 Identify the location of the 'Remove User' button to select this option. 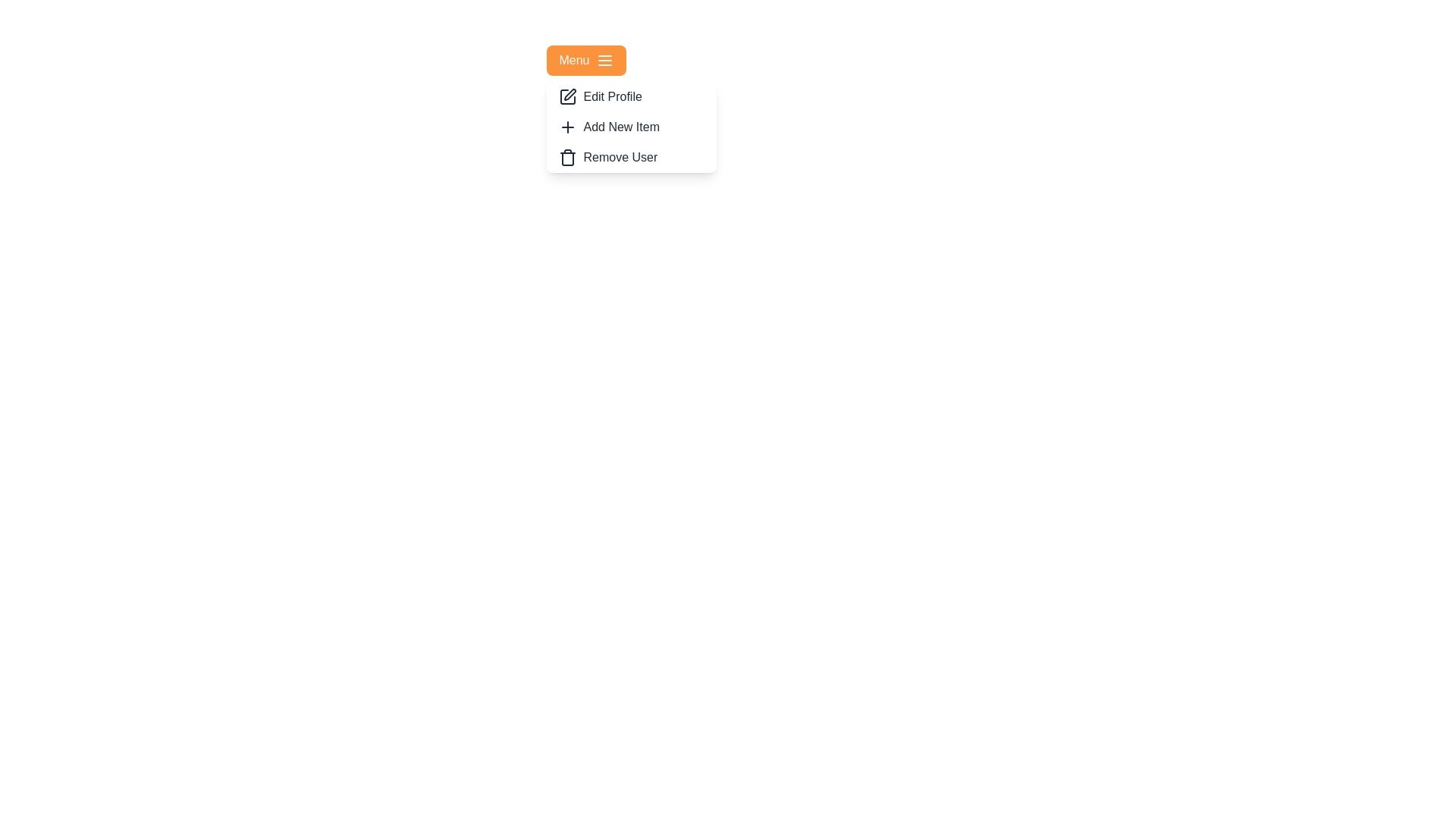
(632, 158).